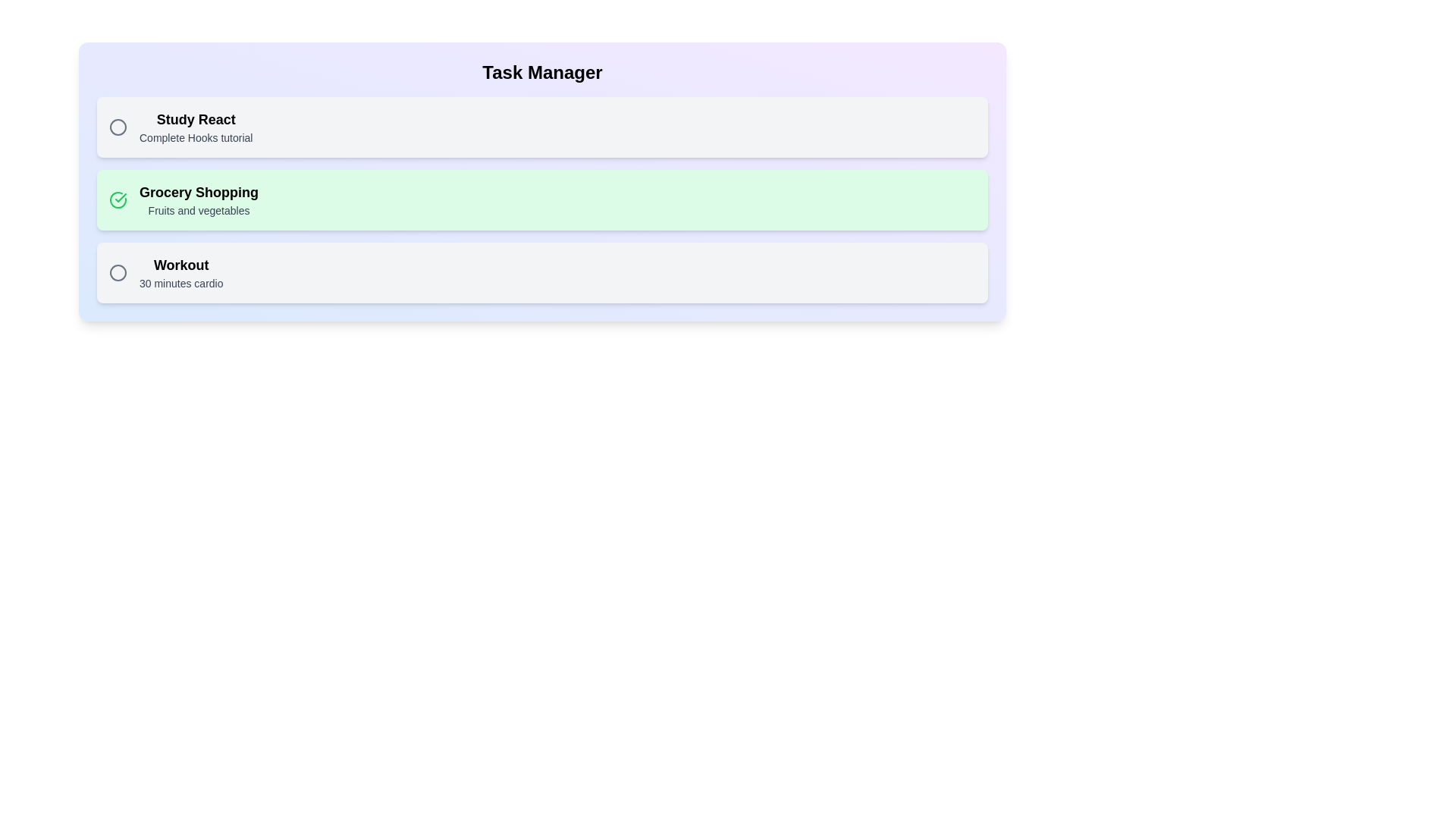 This screenshot has height=819, width=1456. What do you see at coordinates (181, 284) in the screenshot?
I see `text content of the label displaying '30 minutes cardio', which is located beneath the 'Workout' title` at bounding box center [181, 284].